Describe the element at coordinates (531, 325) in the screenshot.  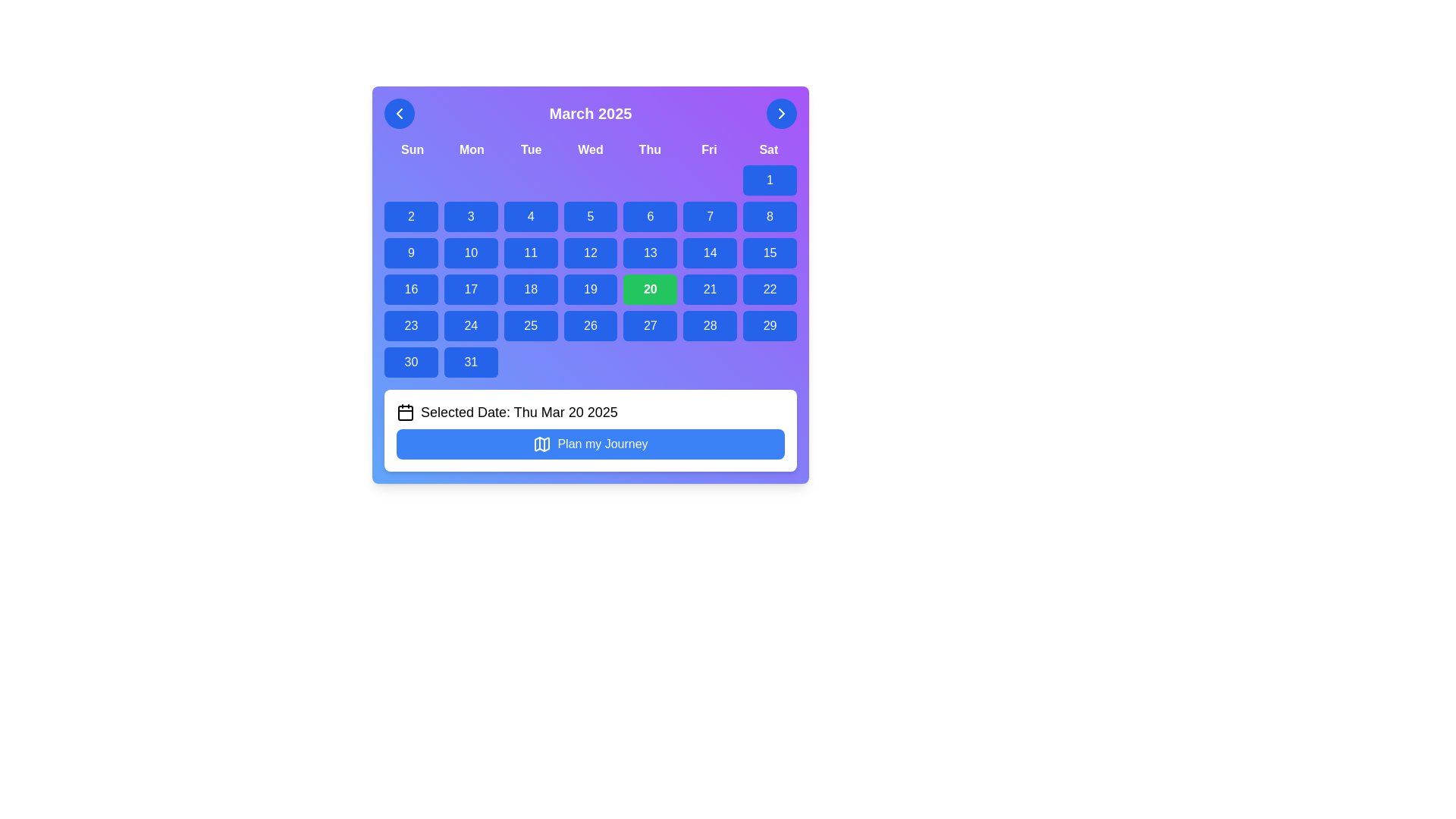
I see `the blue button labeled '25' with a bold white font, located in the fourth row and third column of the calendar grid` at that location.